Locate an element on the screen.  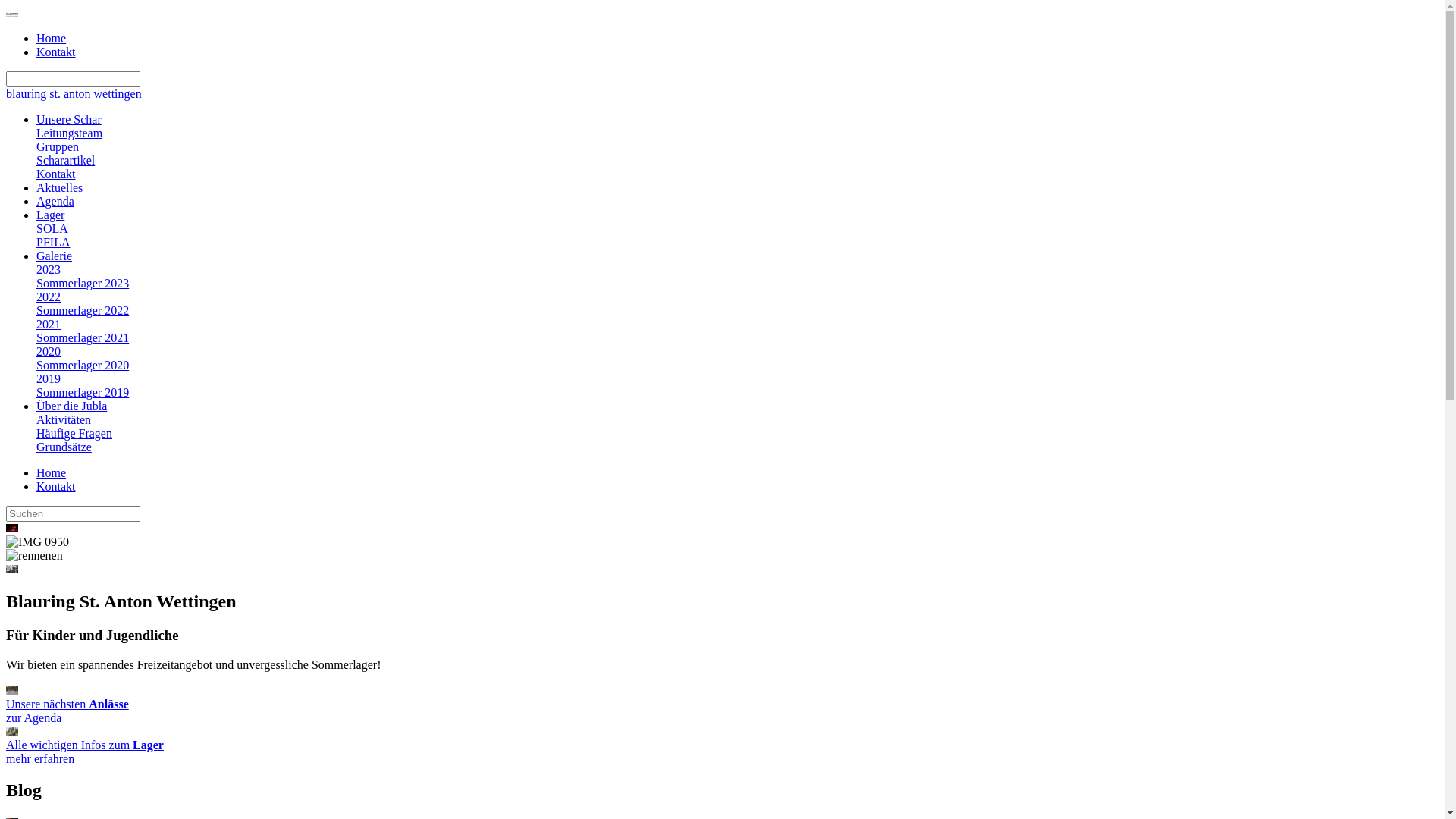
'2019' is located at coordinates (48, 378).